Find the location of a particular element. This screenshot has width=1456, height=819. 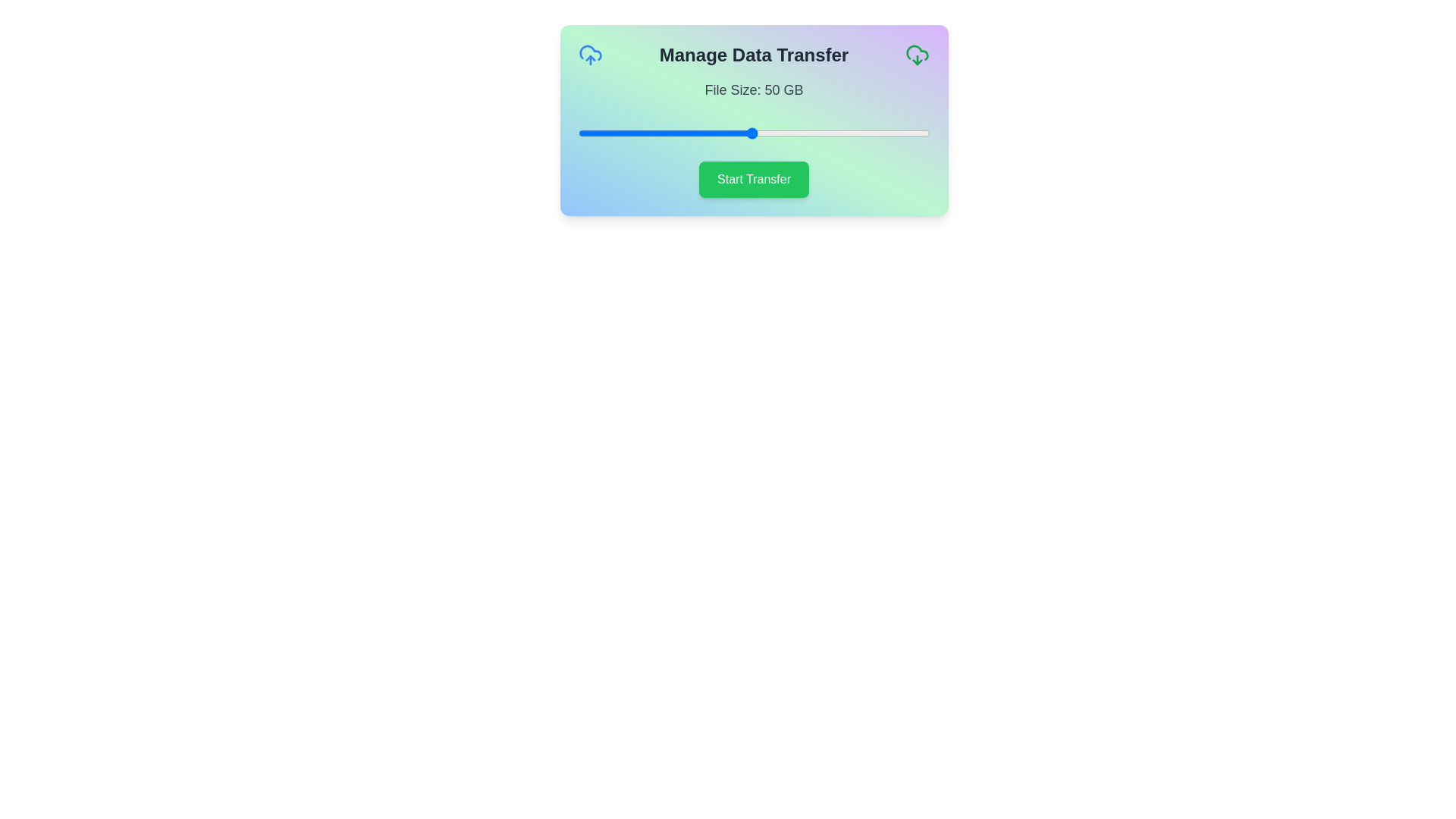

the slider to set the file size to 93 GB is located at coordinates (905, 133).